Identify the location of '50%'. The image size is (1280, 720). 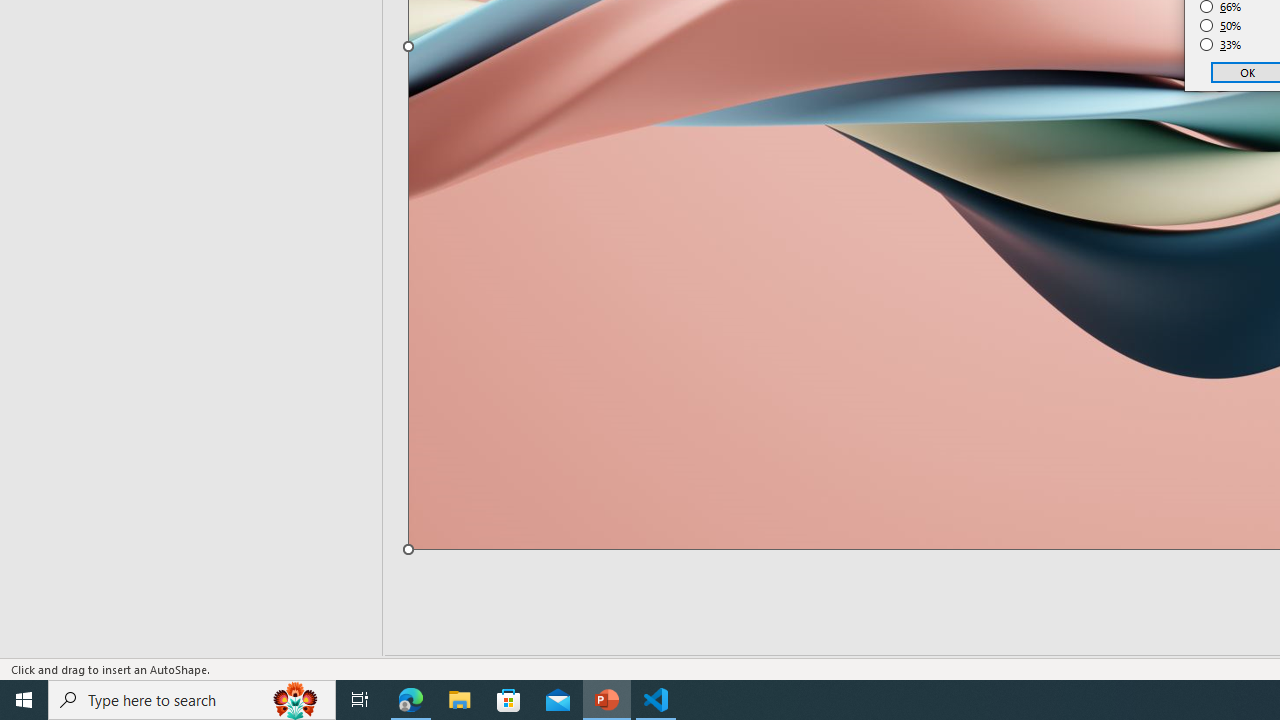
(1220, 25).